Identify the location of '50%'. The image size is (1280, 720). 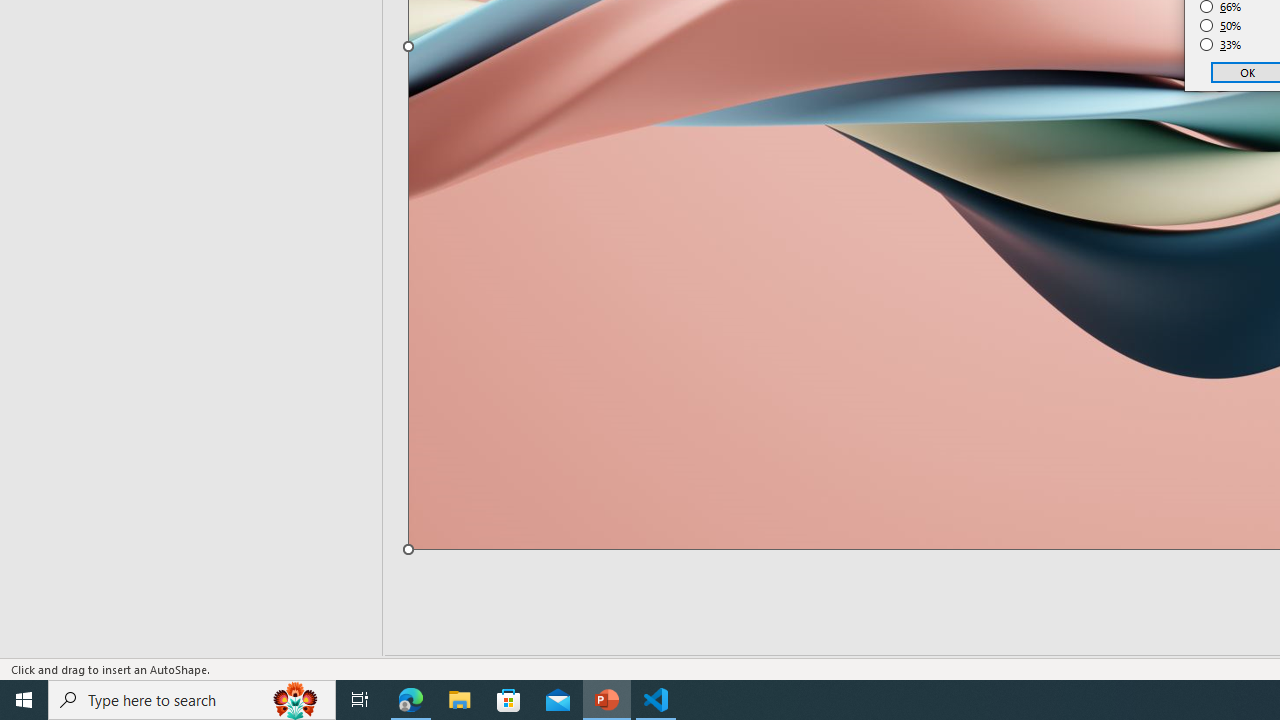
(1220, 25).